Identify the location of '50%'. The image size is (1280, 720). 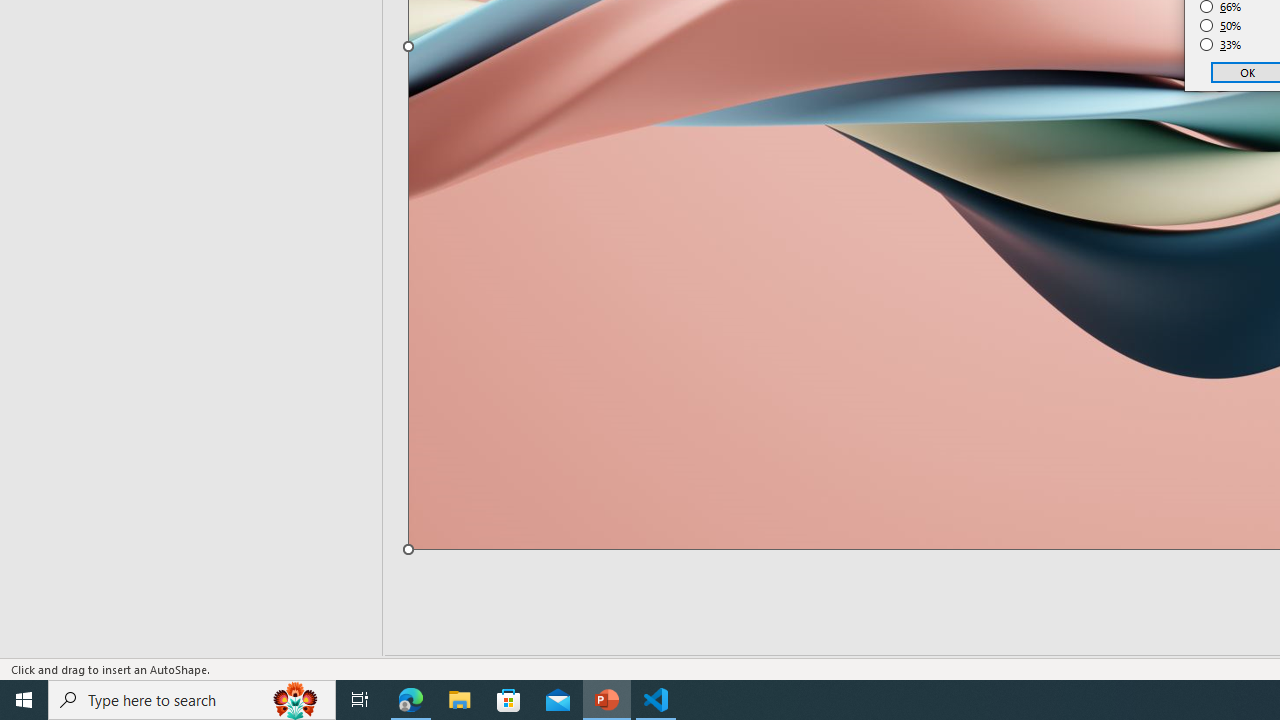
(1220, 25).